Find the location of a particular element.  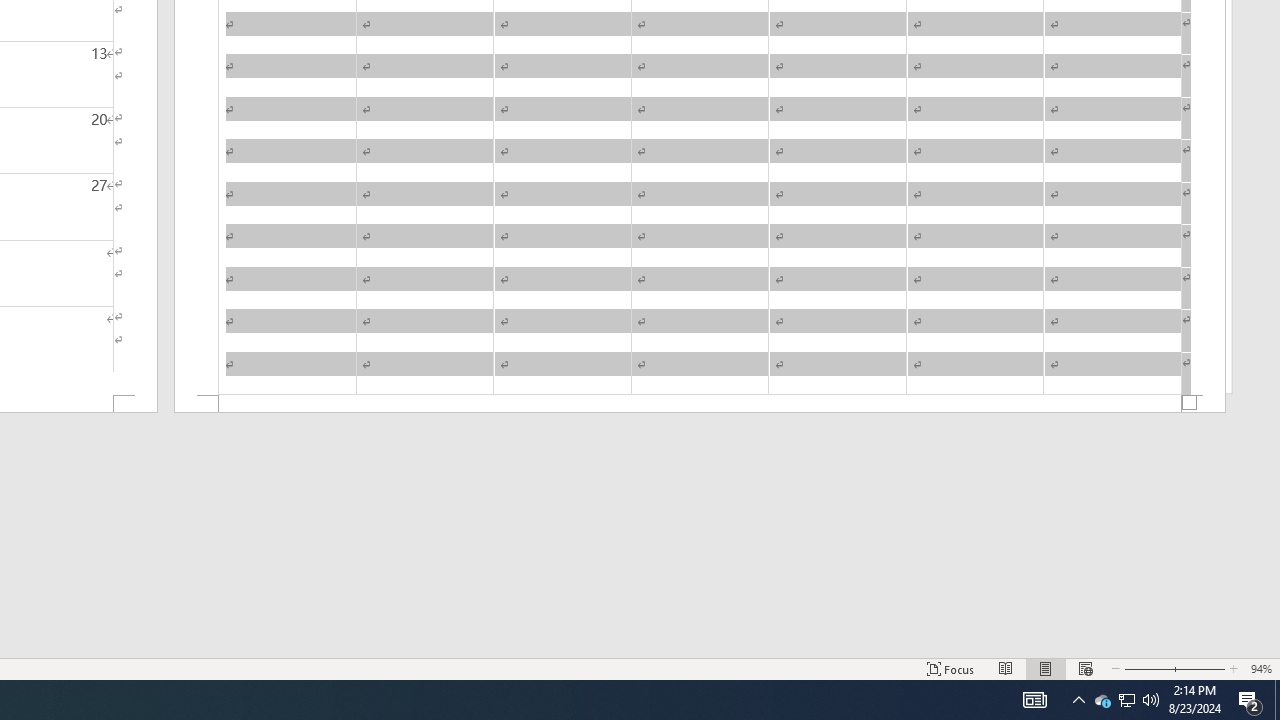

'Zoom Out' is located at coordinates (1147, 669).